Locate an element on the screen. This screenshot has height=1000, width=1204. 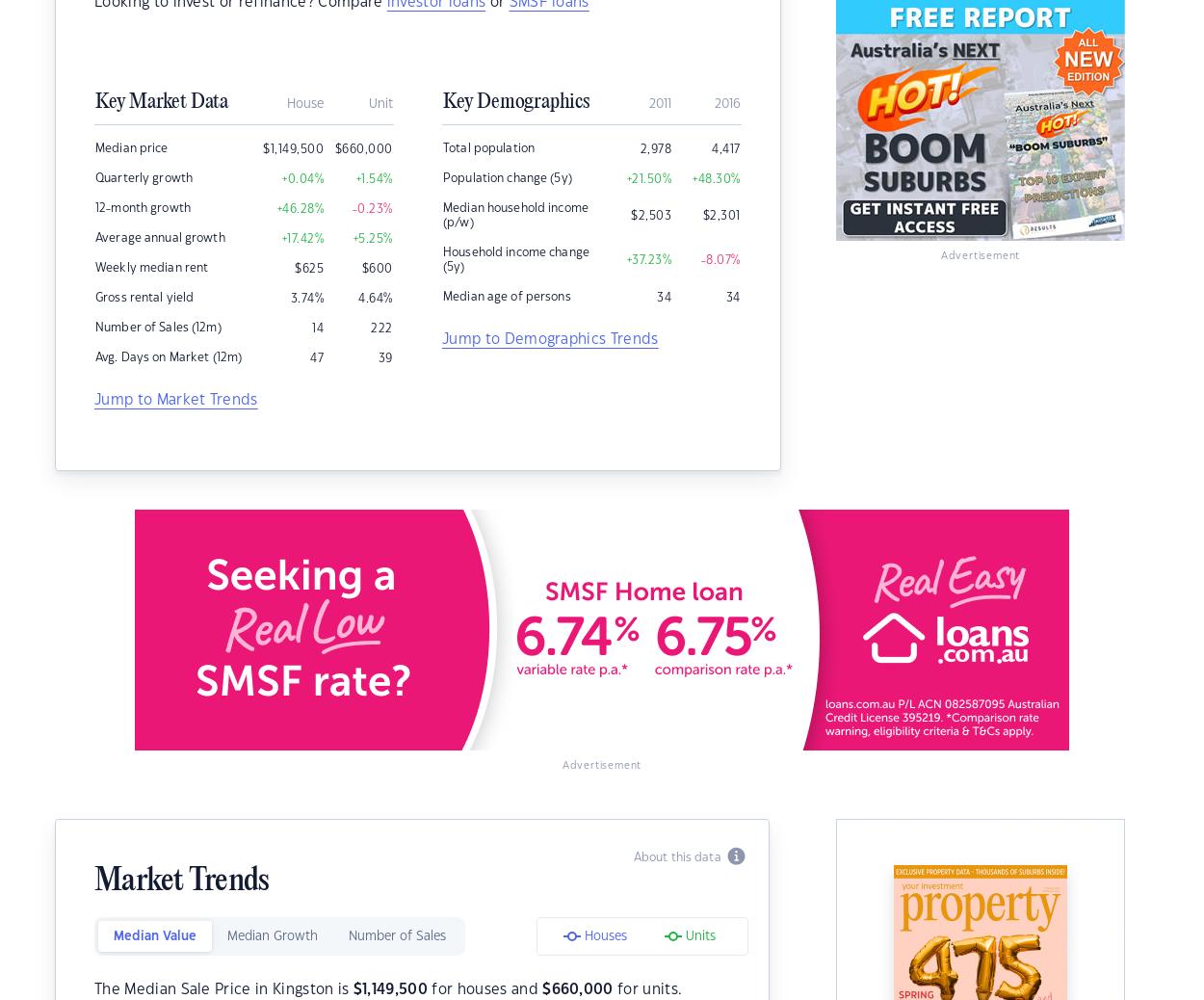
'LEARN MORE' is located at coordinates (1075, 38).